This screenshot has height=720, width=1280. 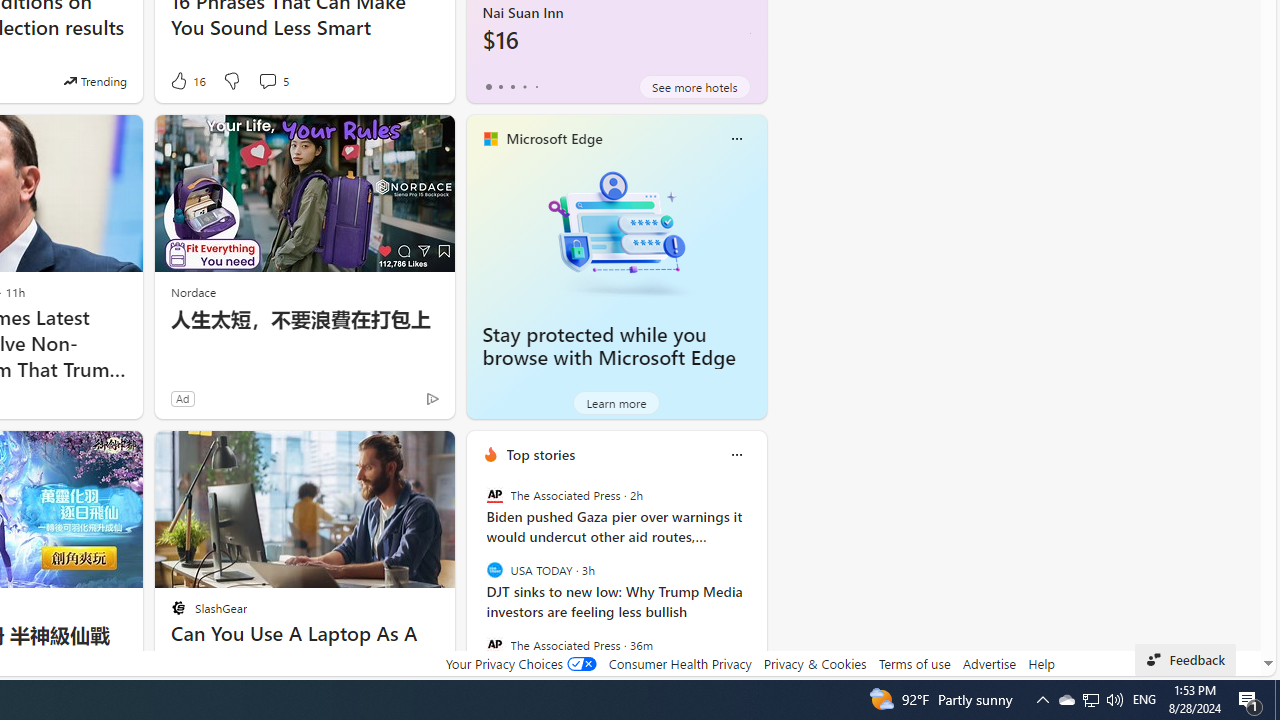 I want to click on 'tab-0', so click(x=488, y=86).